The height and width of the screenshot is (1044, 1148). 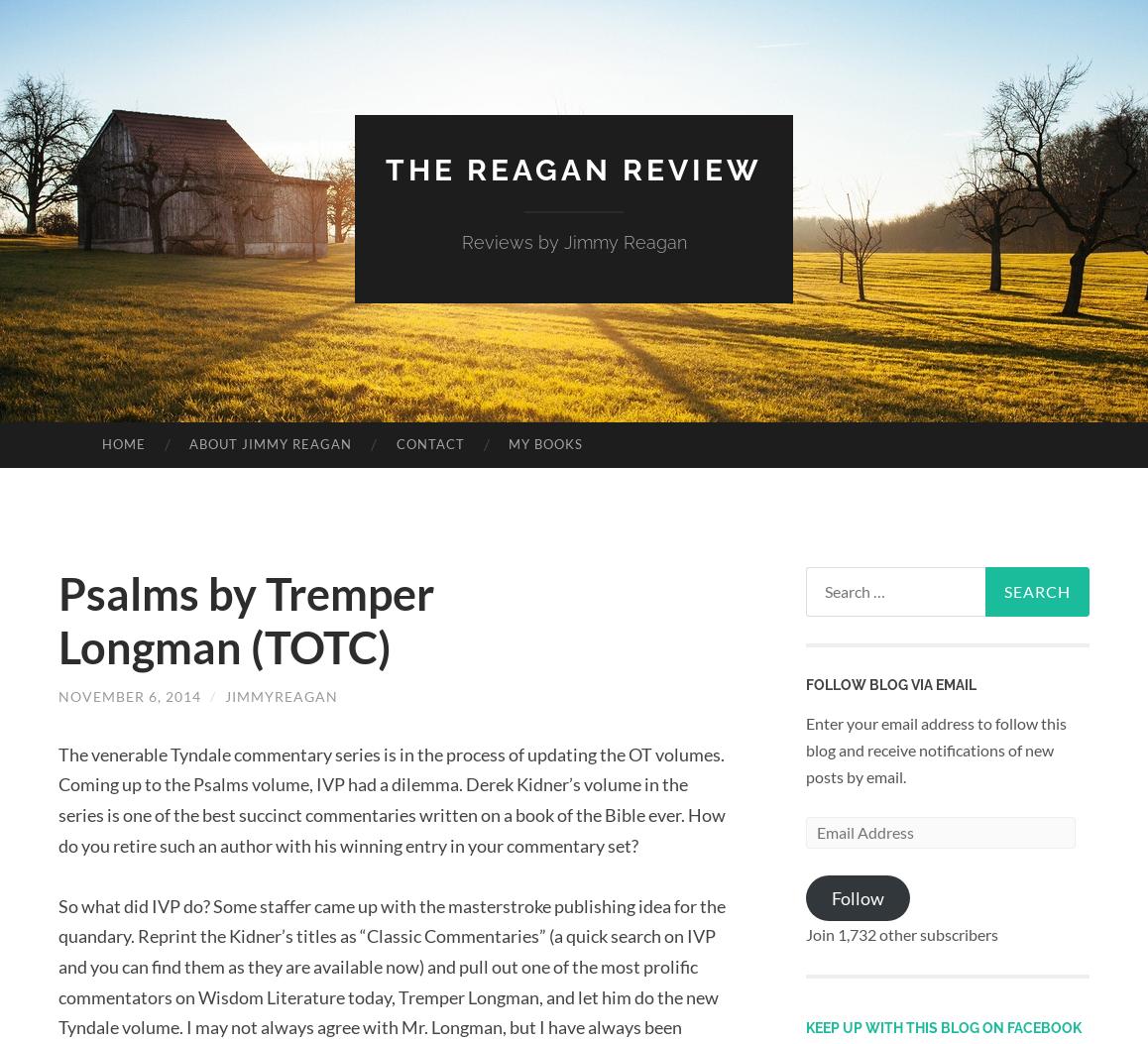 I want to click on 'jimmyreagan', so click(x=281, y=696).